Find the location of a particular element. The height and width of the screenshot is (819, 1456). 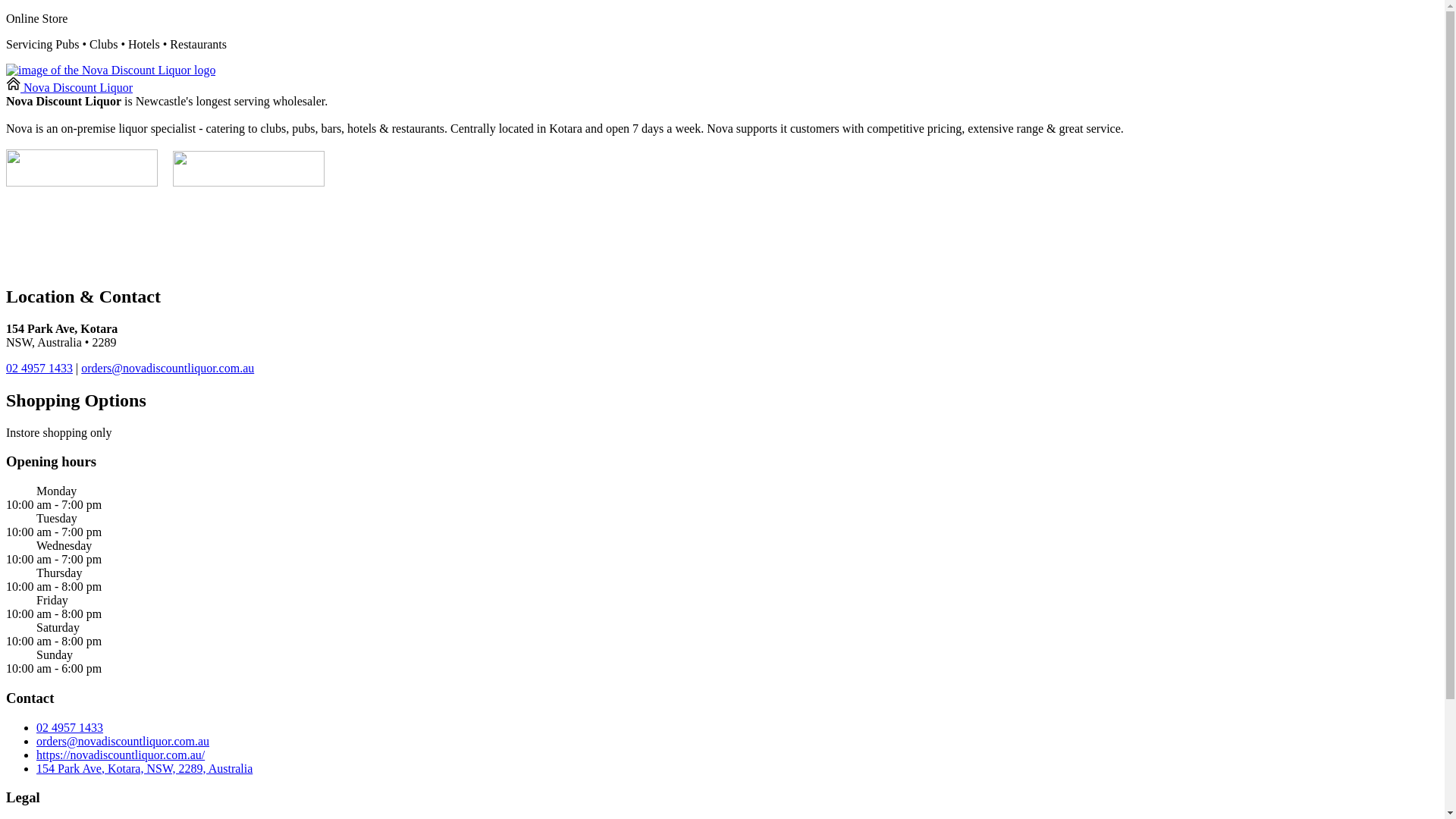

'orders@novadiscountliquor.com.au' is located at coordinates (123, 739).